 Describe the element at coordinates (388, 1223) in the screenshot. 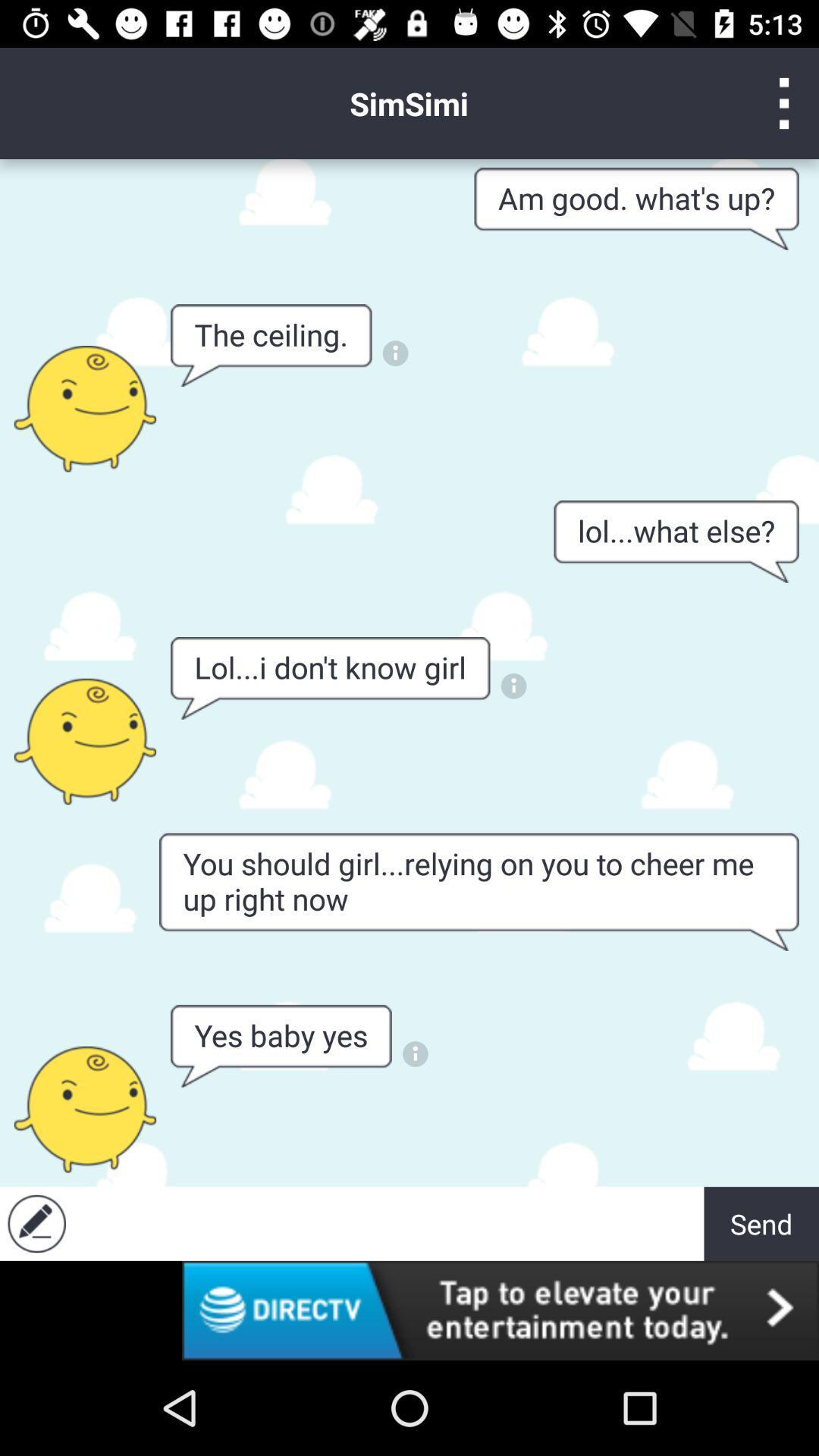

I see `to the plain text` at that location.